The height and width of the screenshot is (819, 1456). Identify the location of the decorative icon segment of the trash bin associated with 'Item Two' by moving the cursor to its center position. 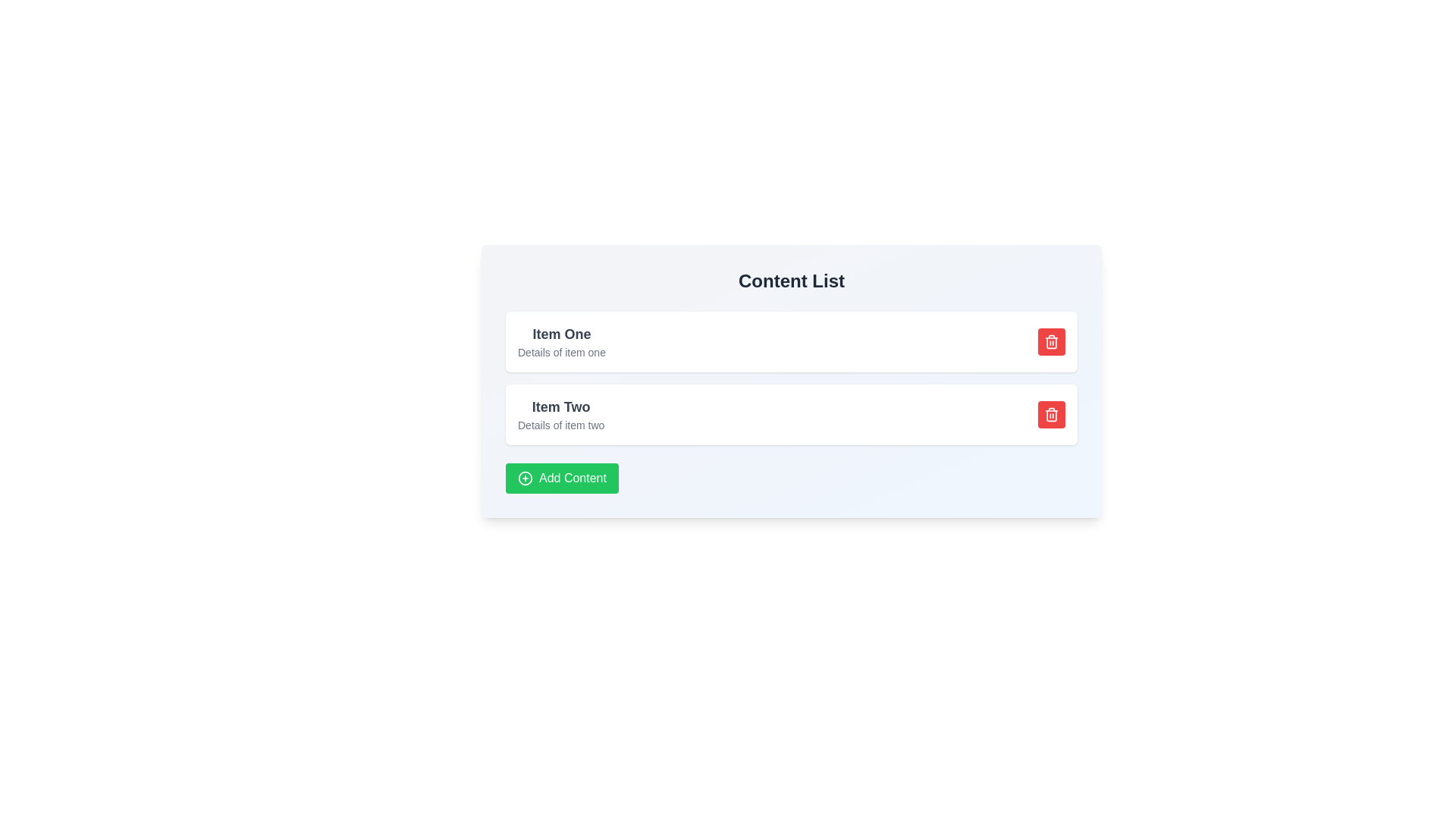
(1051, 342).